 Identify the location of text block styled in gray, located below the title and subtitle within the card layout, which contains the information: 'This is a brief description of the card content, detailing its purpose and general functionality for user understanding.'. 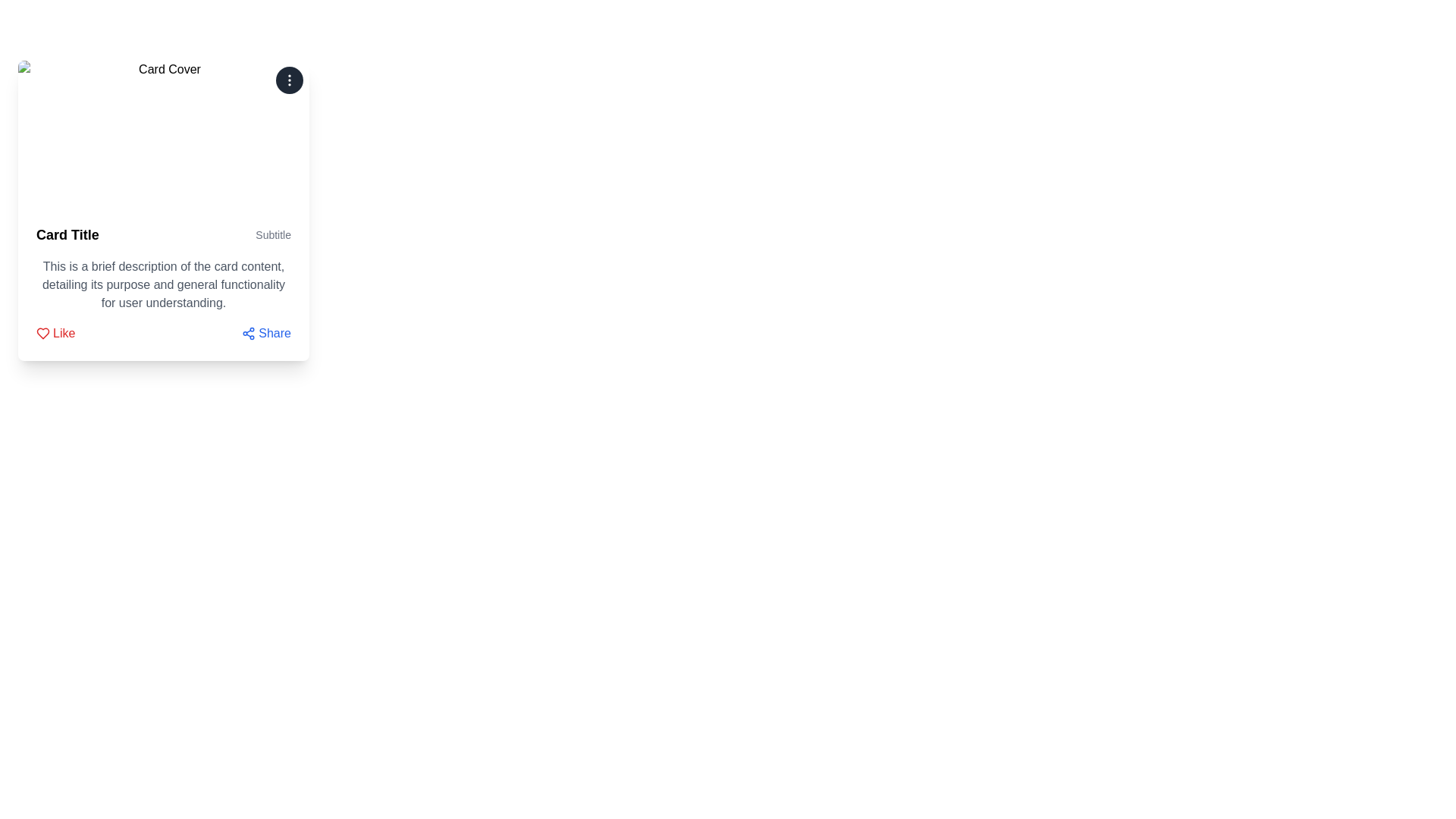
(164, 284).